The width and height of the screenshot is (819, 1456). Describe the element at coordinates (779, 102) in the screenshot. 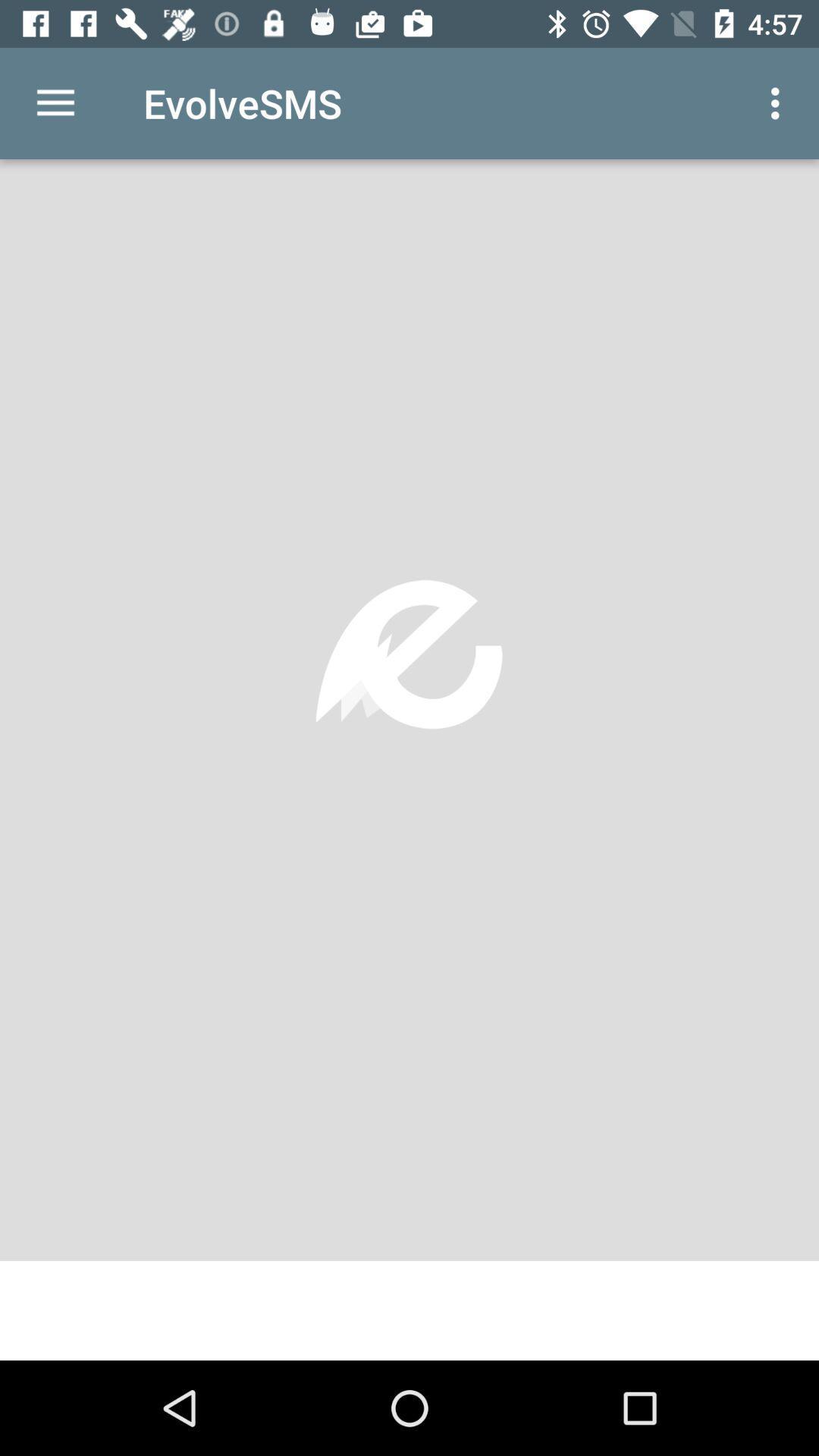

I see `item to the right of the evolvesms` at that location.